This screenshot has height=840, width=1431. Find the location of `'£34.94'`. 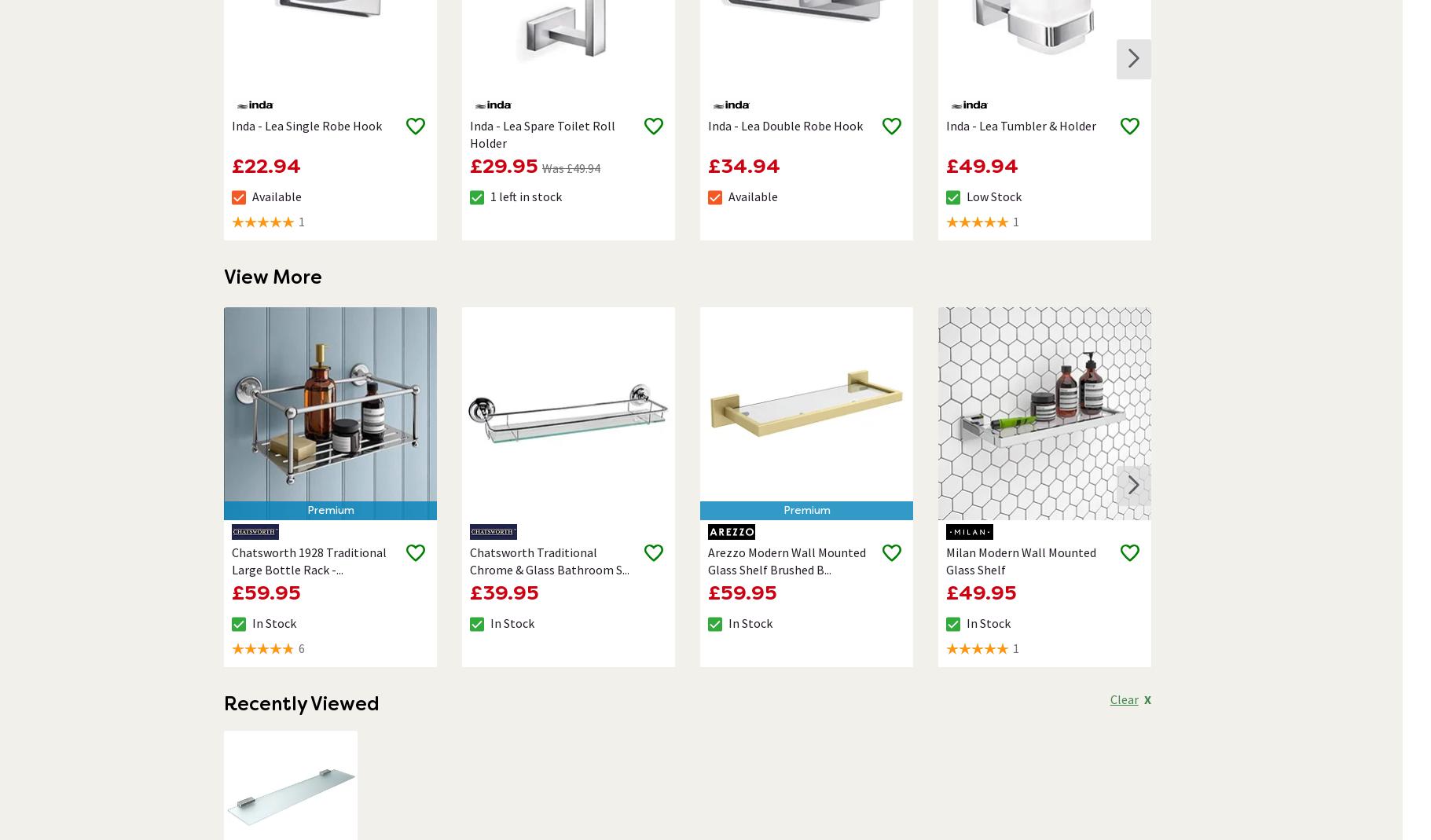

'£34.94' is located at coordinates (743, 165).